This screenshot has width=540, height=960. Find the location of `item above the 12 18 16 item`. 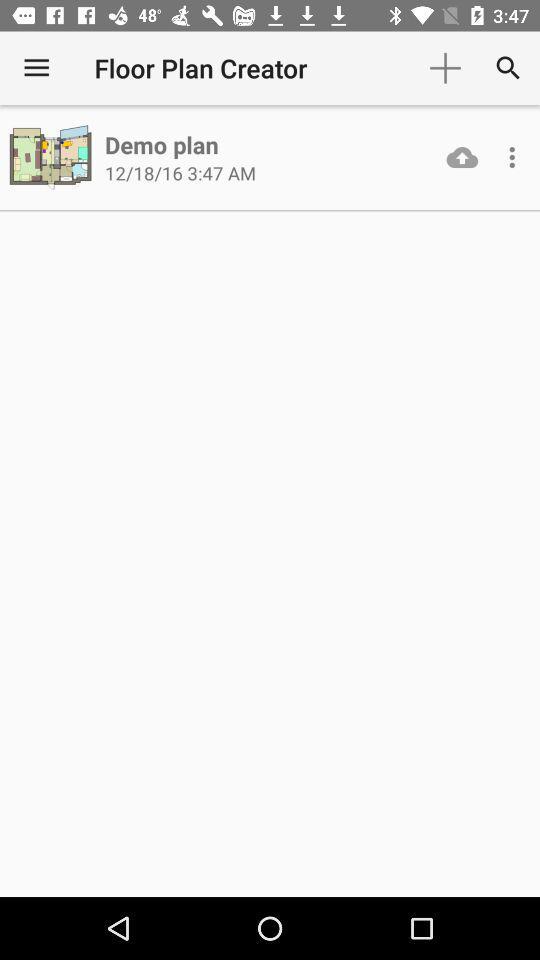

item above the 12 18 16 item is located at coordinates (160, 143).